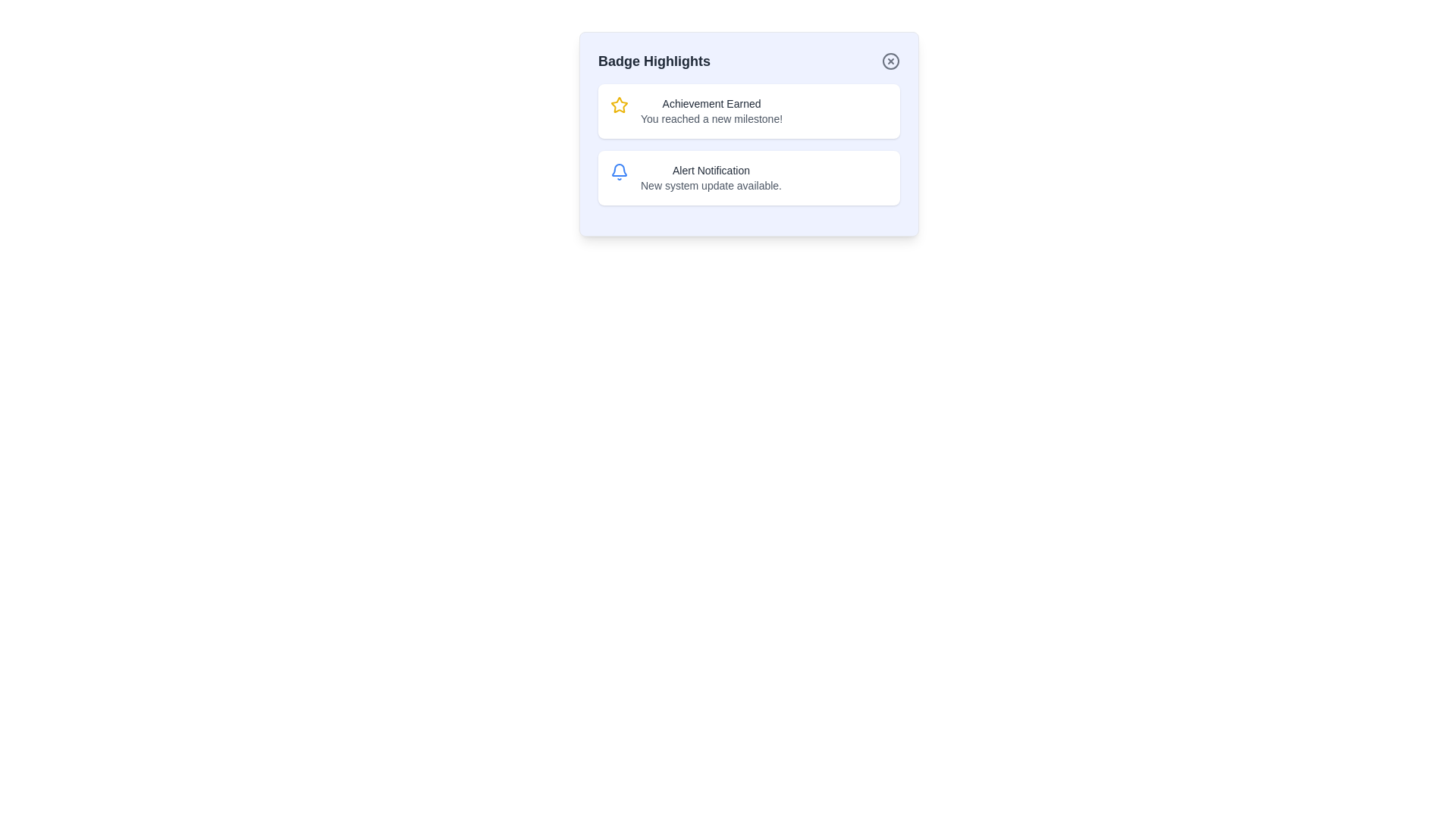 The image size is (1456, 819). What do you see at coordinates (619, 104) in the screenshot?
I see `the visually prominent yellow star icon, which is part of the achievement message located in the first notification card under the 'Badge Highlights' section, to the left of the text 'Achievement Earned' and 'You reached a new milestone!'` at bounding box center [619, 104].